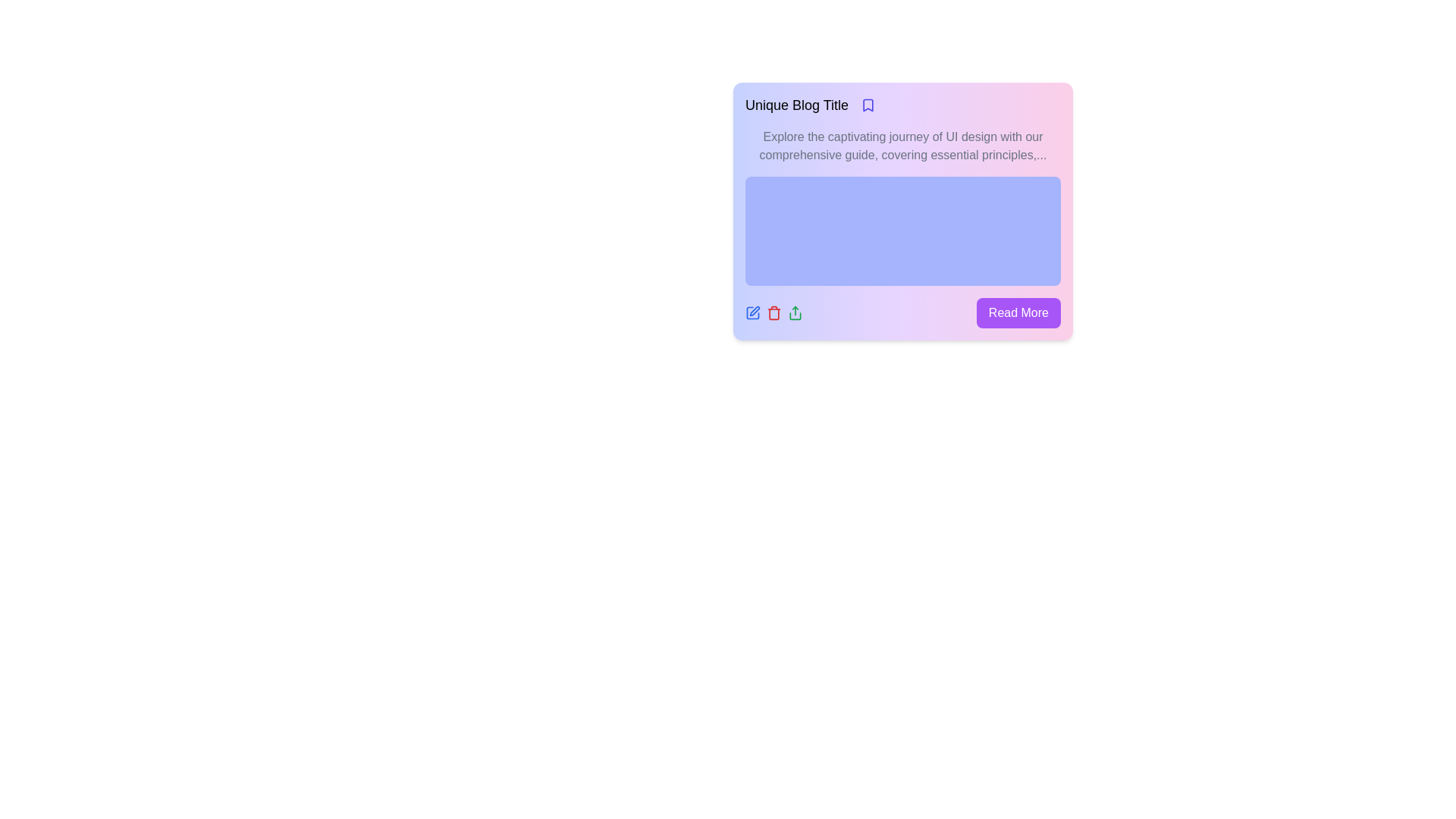 The height and width of the screenshot is (819, 1456). Describe the element at coordinates (774, 312) in the screenshot. I see `the Trashcan Icon located at the bottom-left section of the card` at that location.